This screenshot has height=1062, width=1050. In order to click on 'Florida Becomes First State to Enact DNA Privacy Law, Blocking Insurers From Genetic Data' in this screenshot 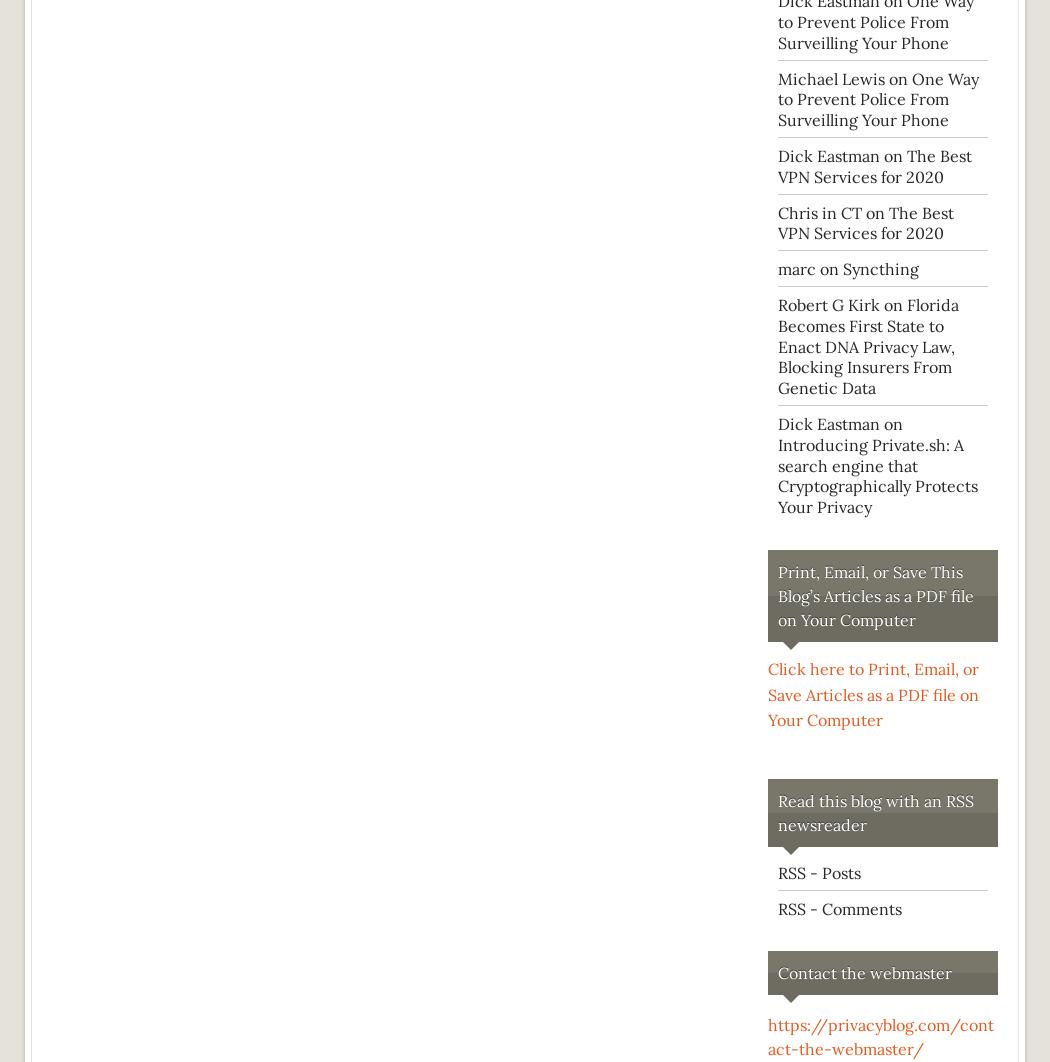, I will do `click(867, 344)`.